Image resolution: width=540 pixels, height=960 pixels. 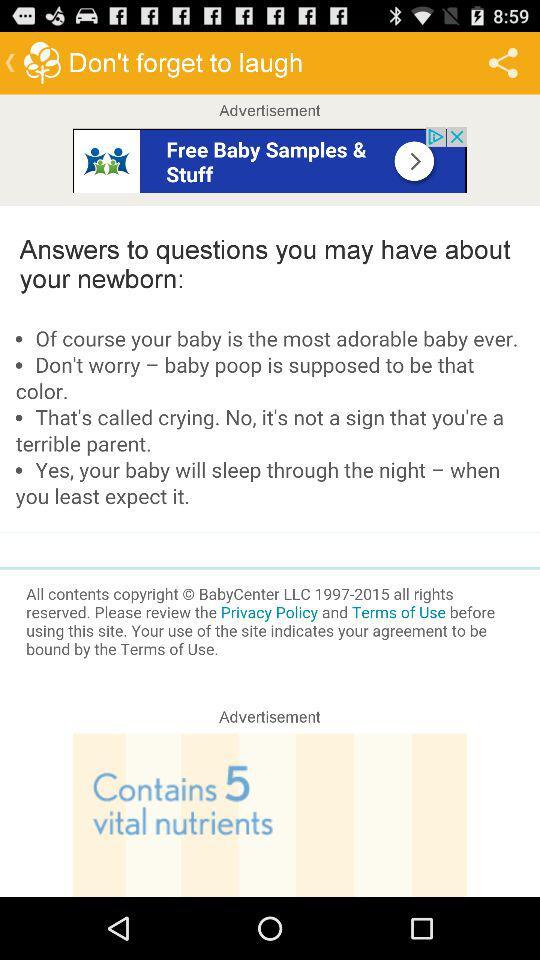 I want to click on advertisements image, so click(x=270, y=158).